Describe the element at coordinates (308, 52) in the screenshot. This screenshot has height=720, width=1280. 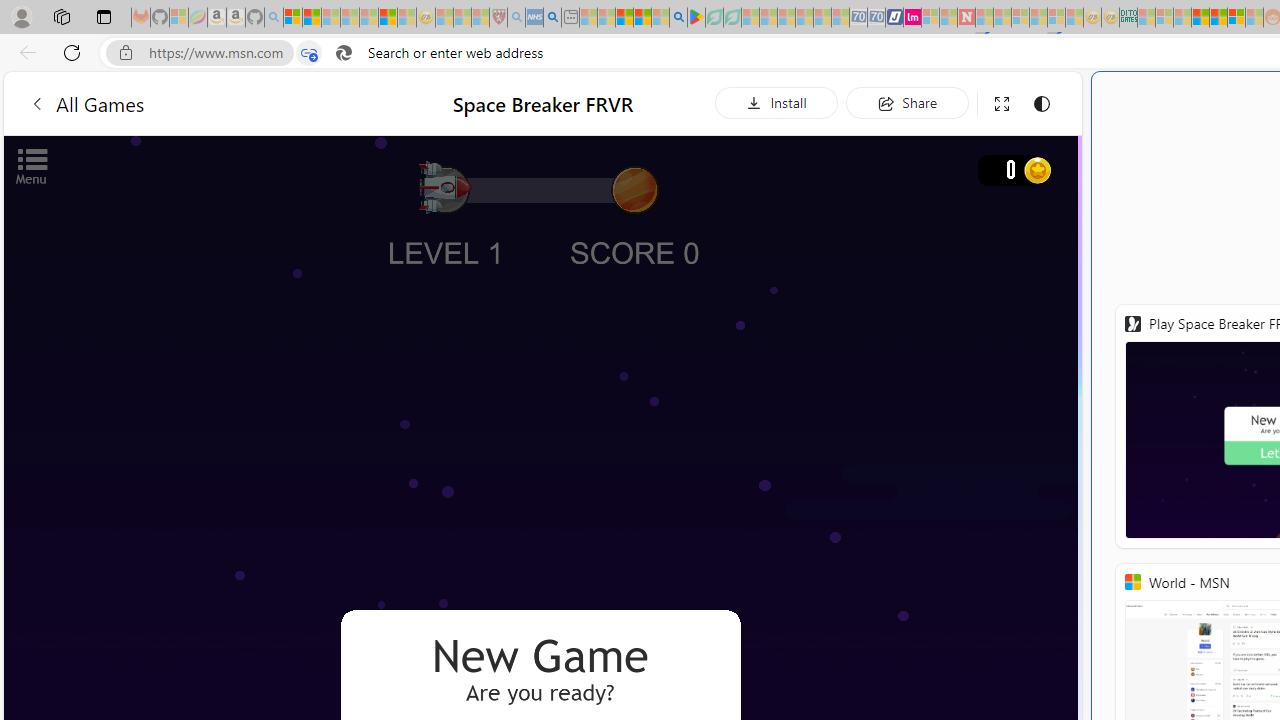
I see `'Tabs in split screen'` at that location.